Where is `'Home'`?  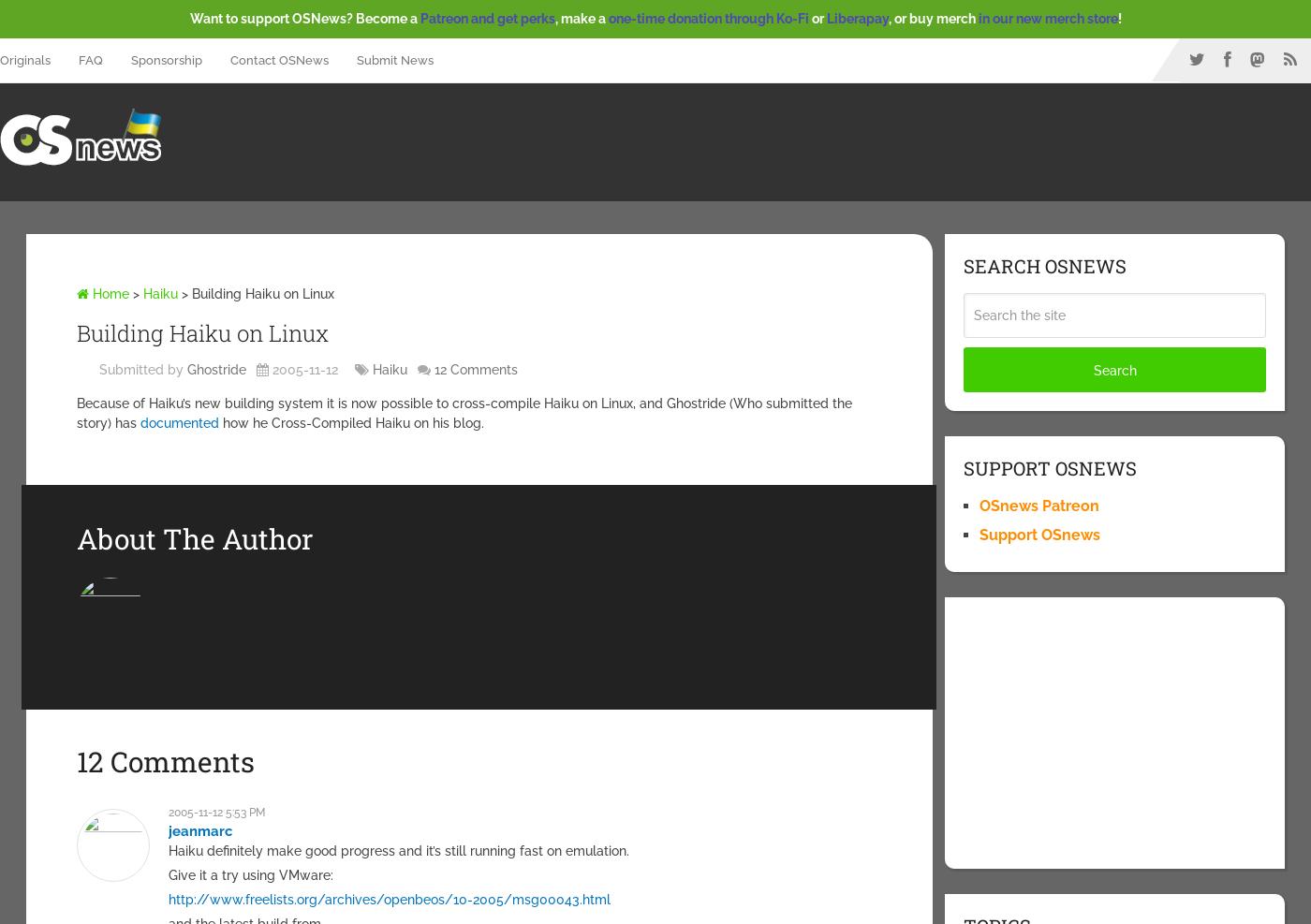 'Home' is located at coordinates (108, 291).